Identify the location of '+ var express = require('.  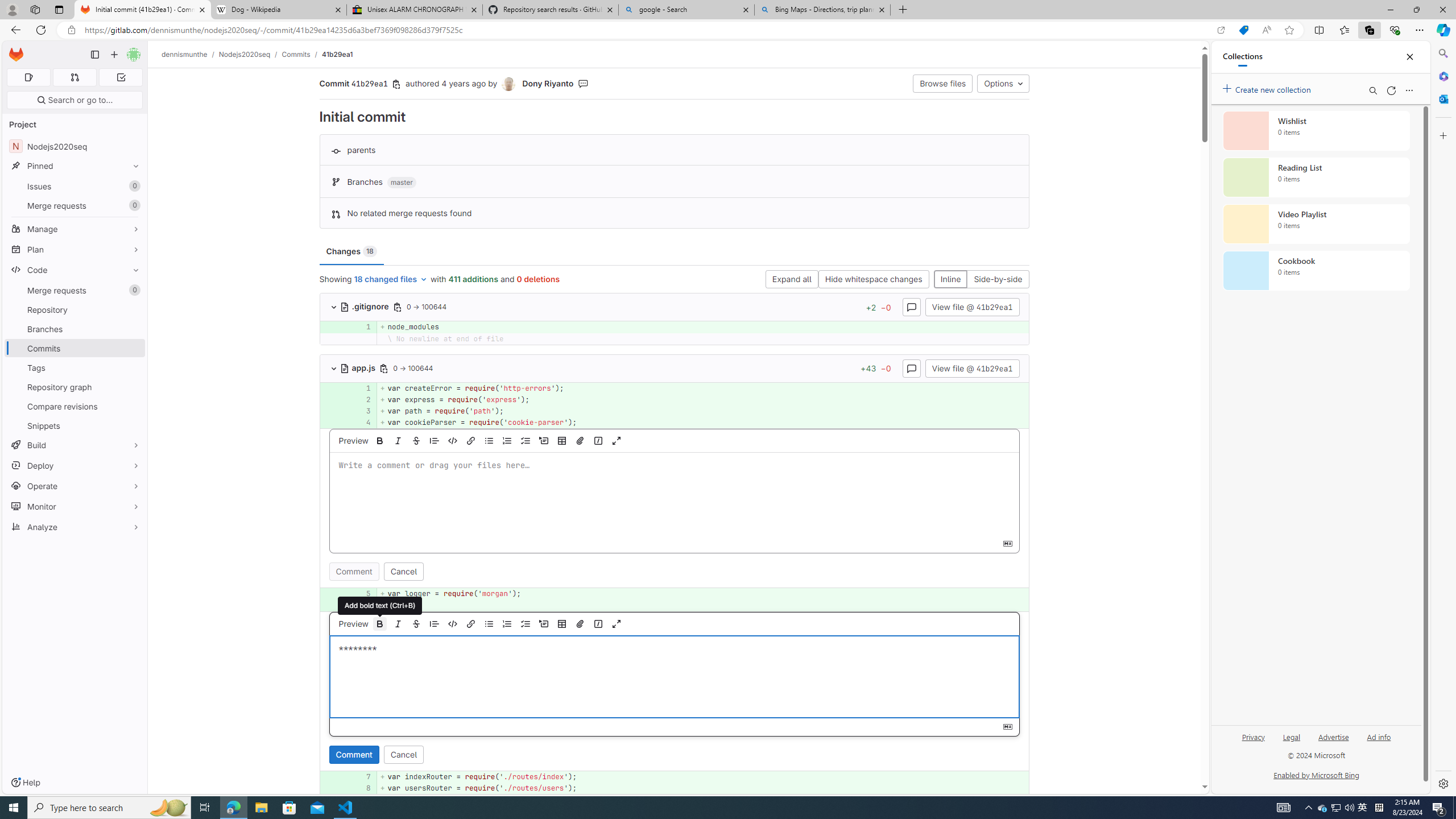
(702, 399).